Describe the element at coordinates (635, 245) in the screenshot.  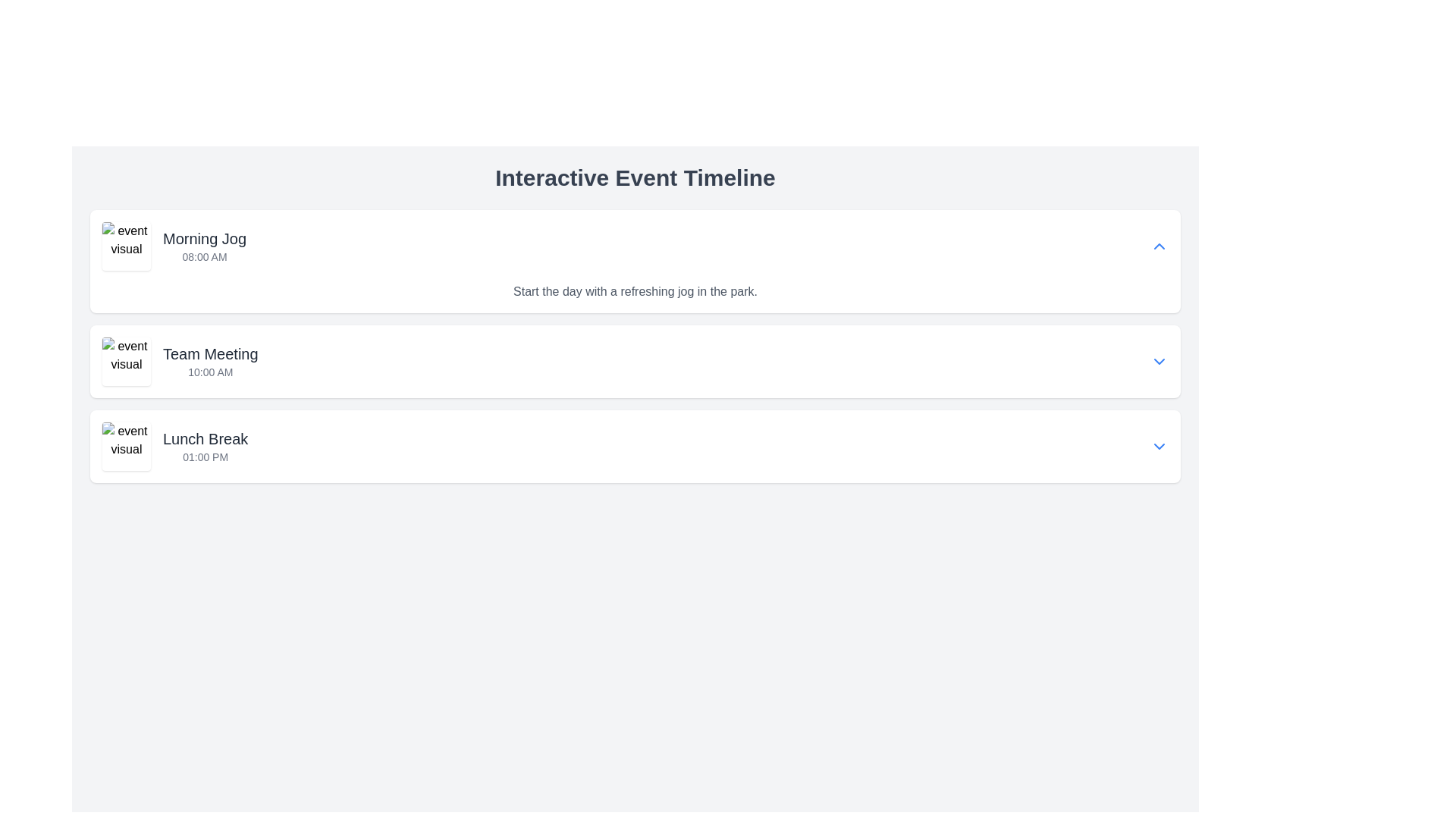
I see `the first horizontal list item labeled 'Morning Jog'` at that location.